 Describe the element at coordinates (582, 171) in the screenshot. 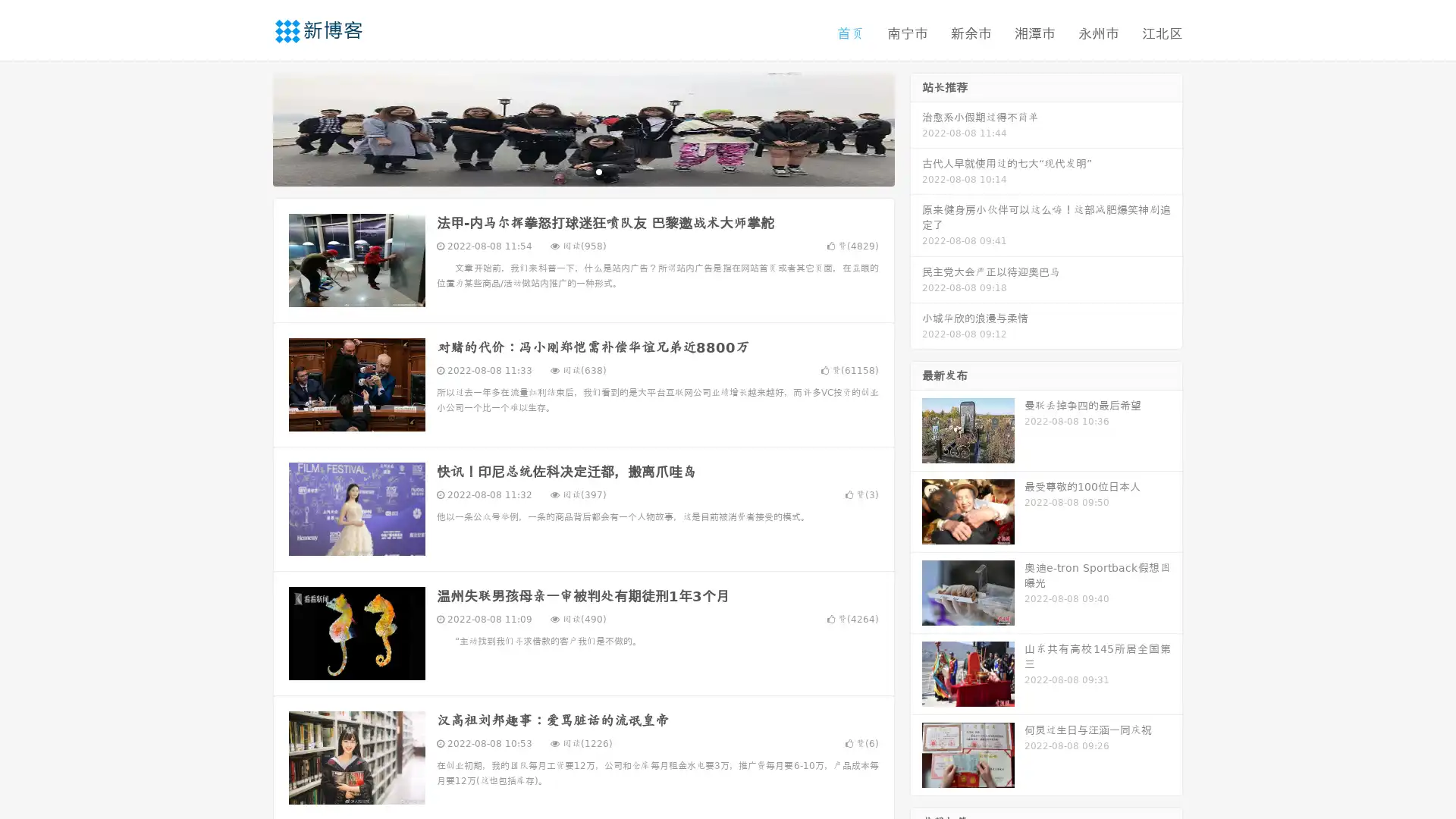

I see `Go to slide 2` at that location.